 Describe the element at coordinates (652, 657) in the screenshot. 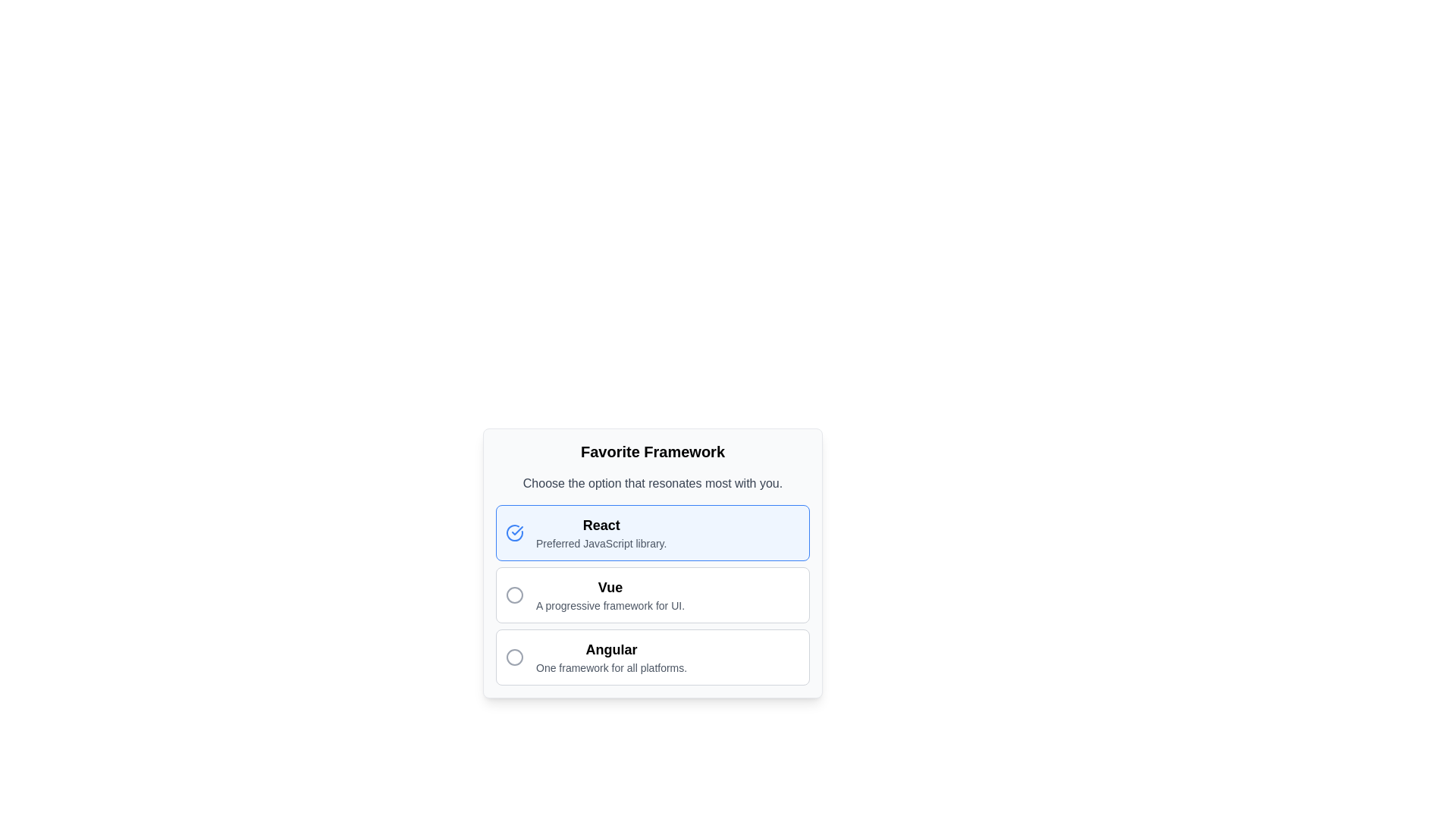

I see `the third selectable option in the list` at that location.